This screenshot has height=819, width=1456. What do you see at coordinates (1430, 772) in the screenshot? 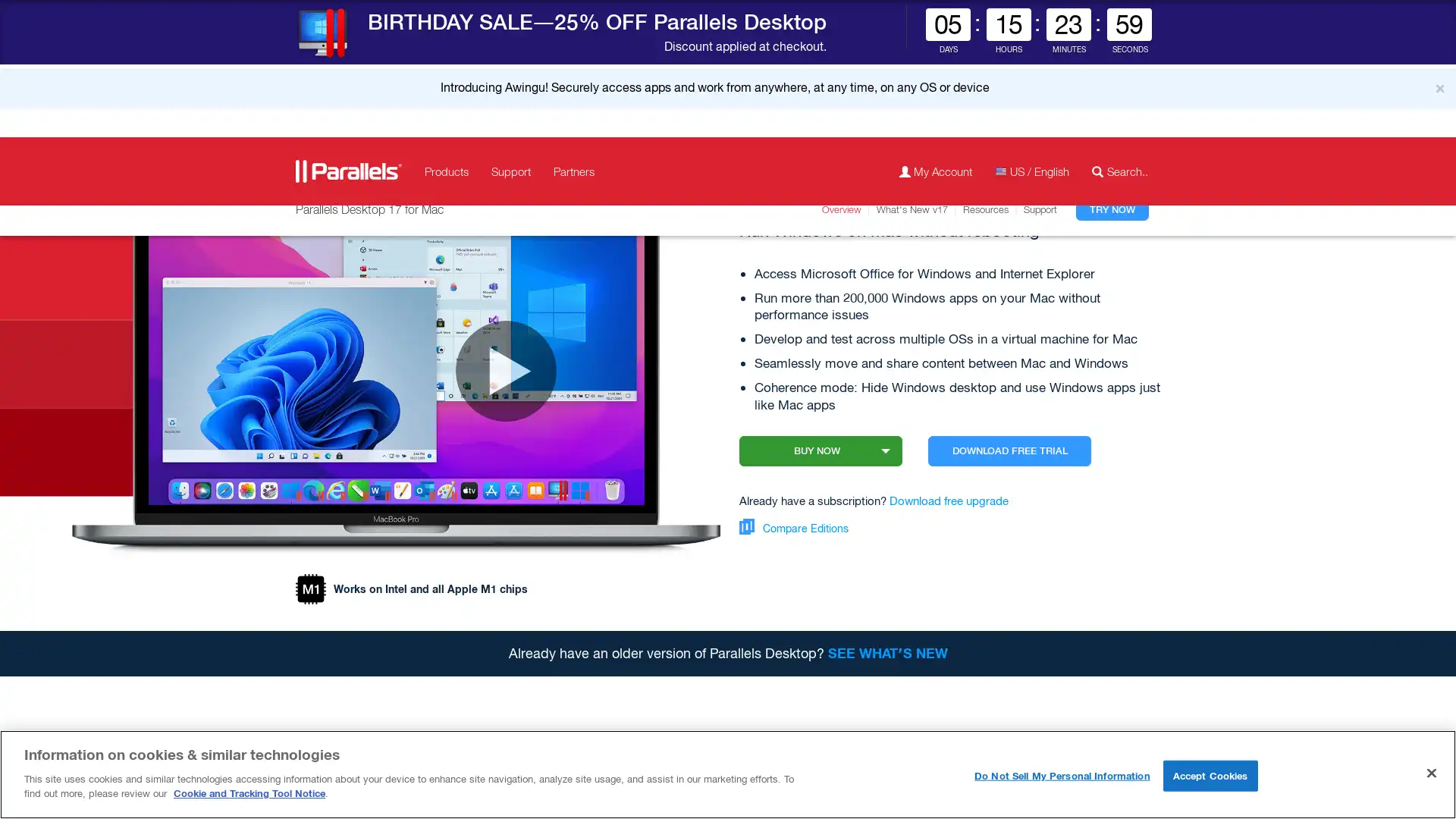
I see `Close` at bounding box center [1430, 772].